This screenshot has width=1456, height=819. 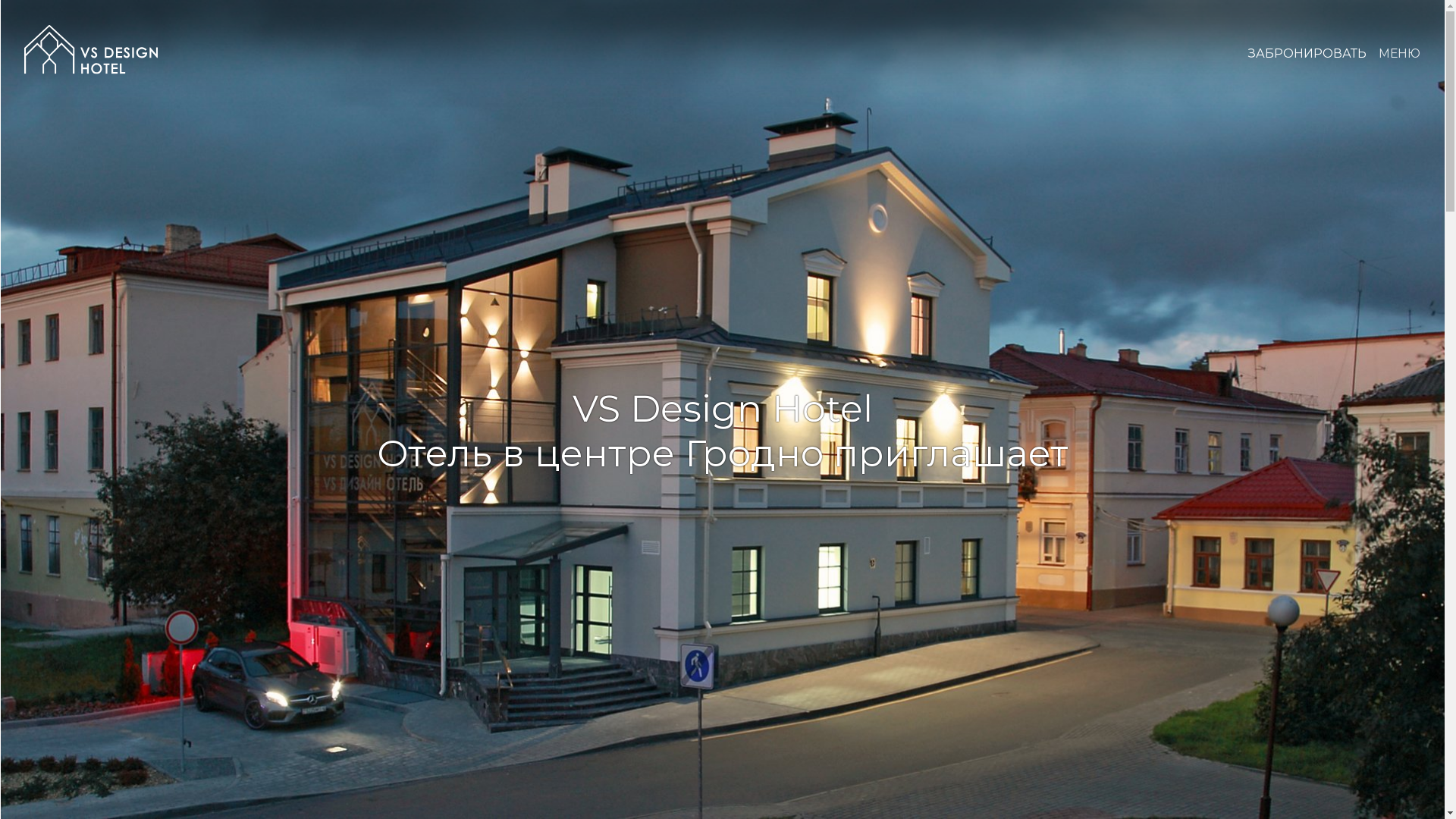 What do you see at coordinates (90, 49) in the screenshot?
I see `'VS Design Hotel'` at bounding box center [90, 49].